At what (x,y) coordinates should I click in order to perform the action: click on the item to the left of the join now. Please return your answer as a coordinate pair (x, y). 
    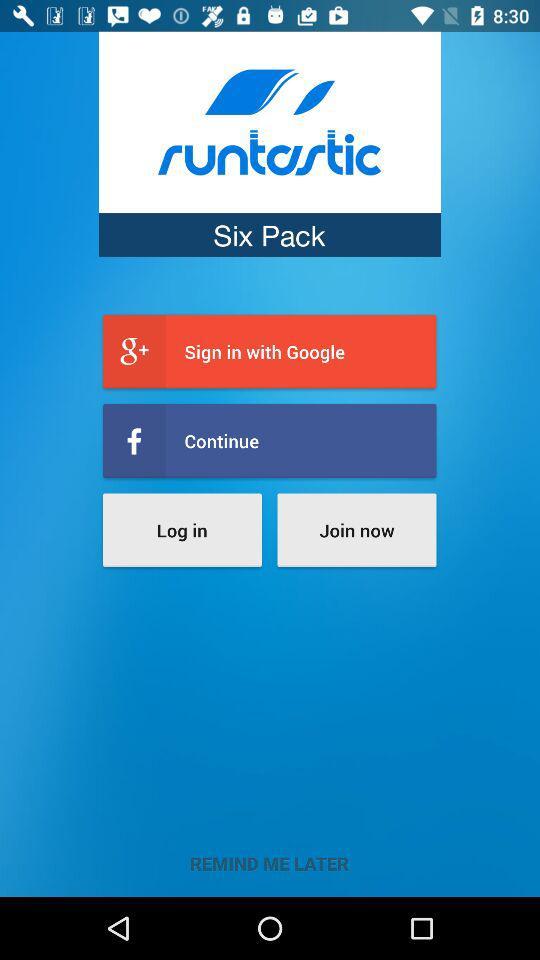
    Looking at the image, I should click on (182, 529).